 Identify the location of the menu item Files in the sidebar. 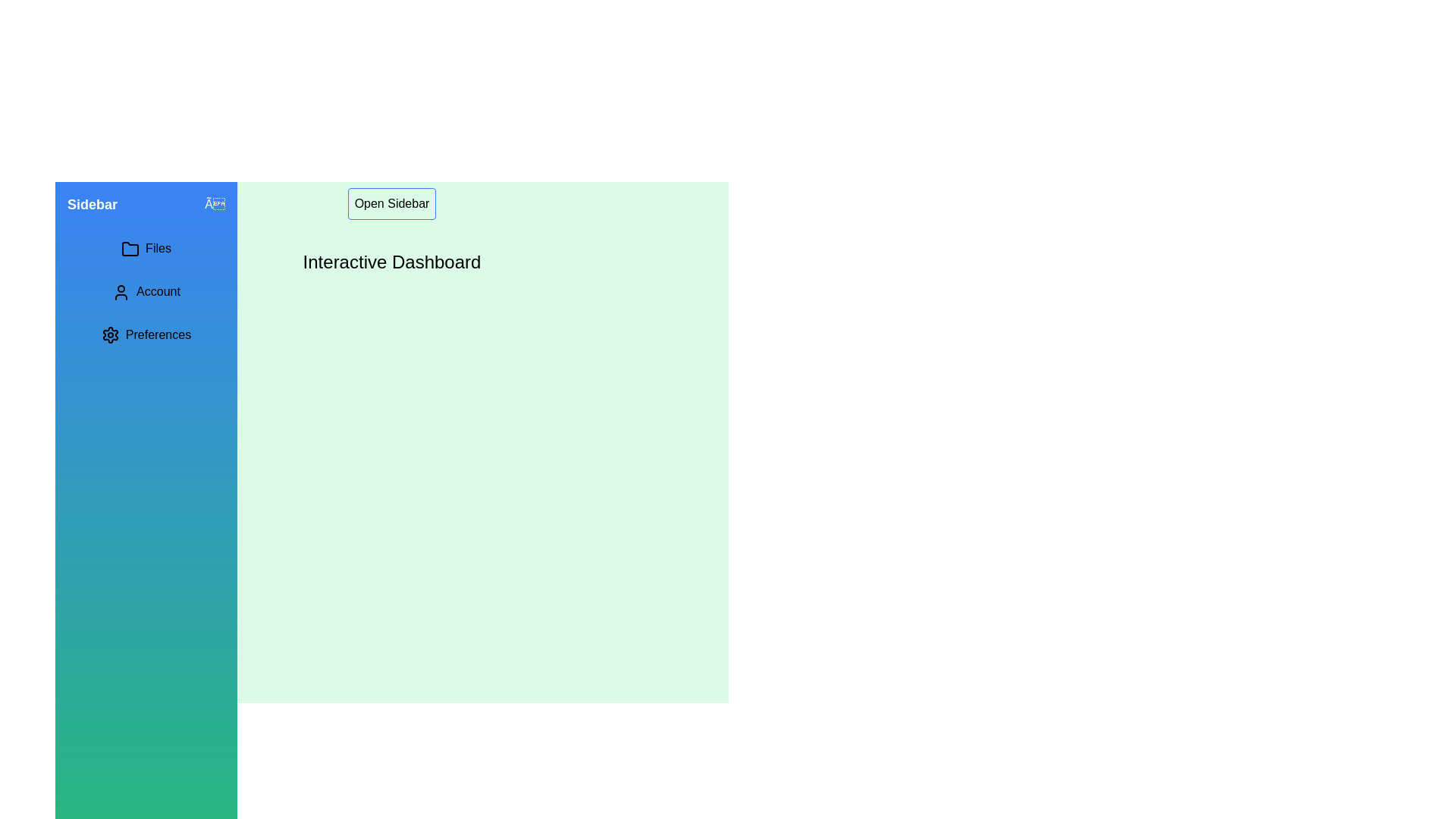
(146, 247).